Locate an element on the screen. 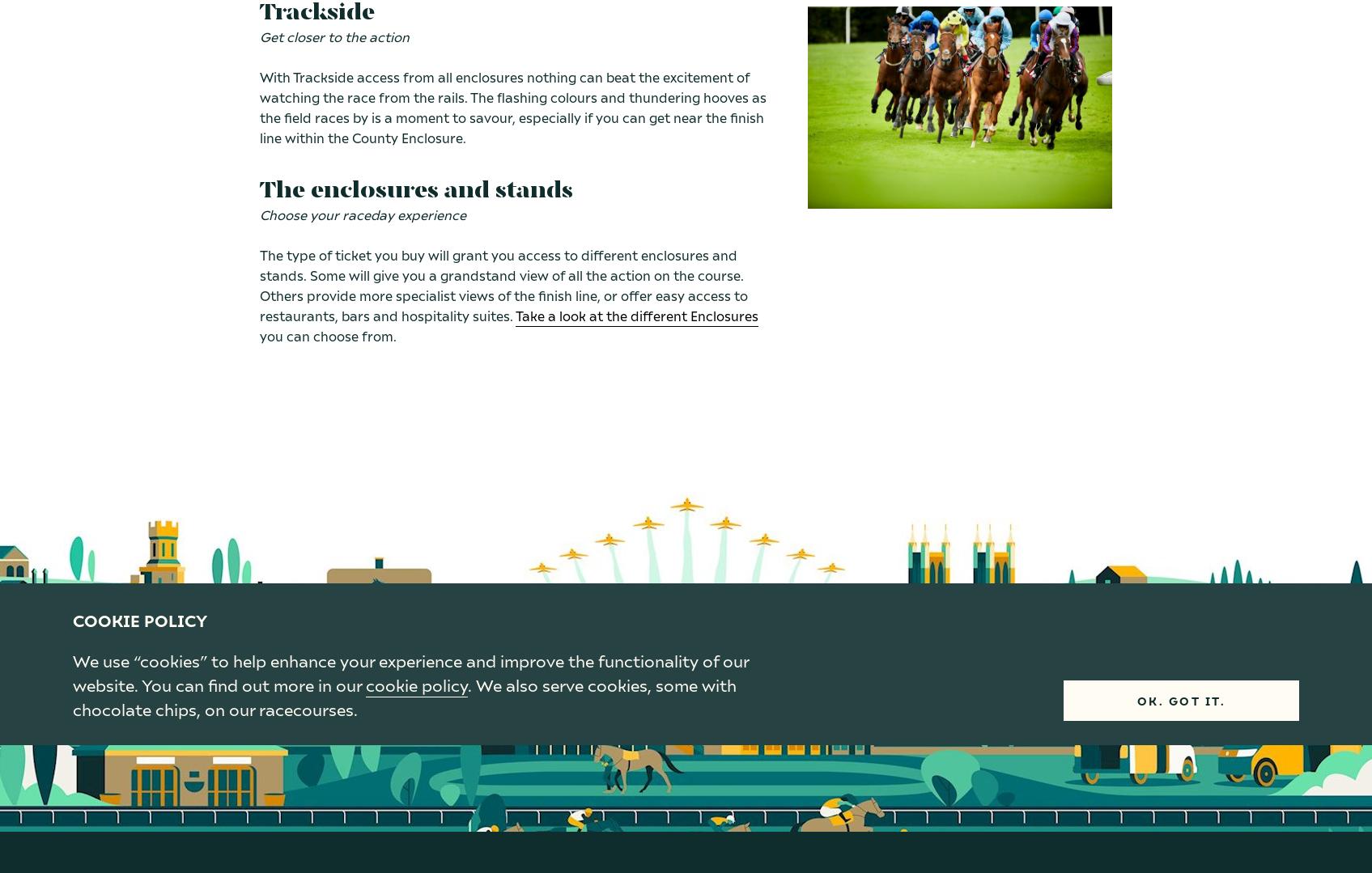 This screenshot has width=1372, height=873. 'cookie policy' is located at coordinates (415, 684).